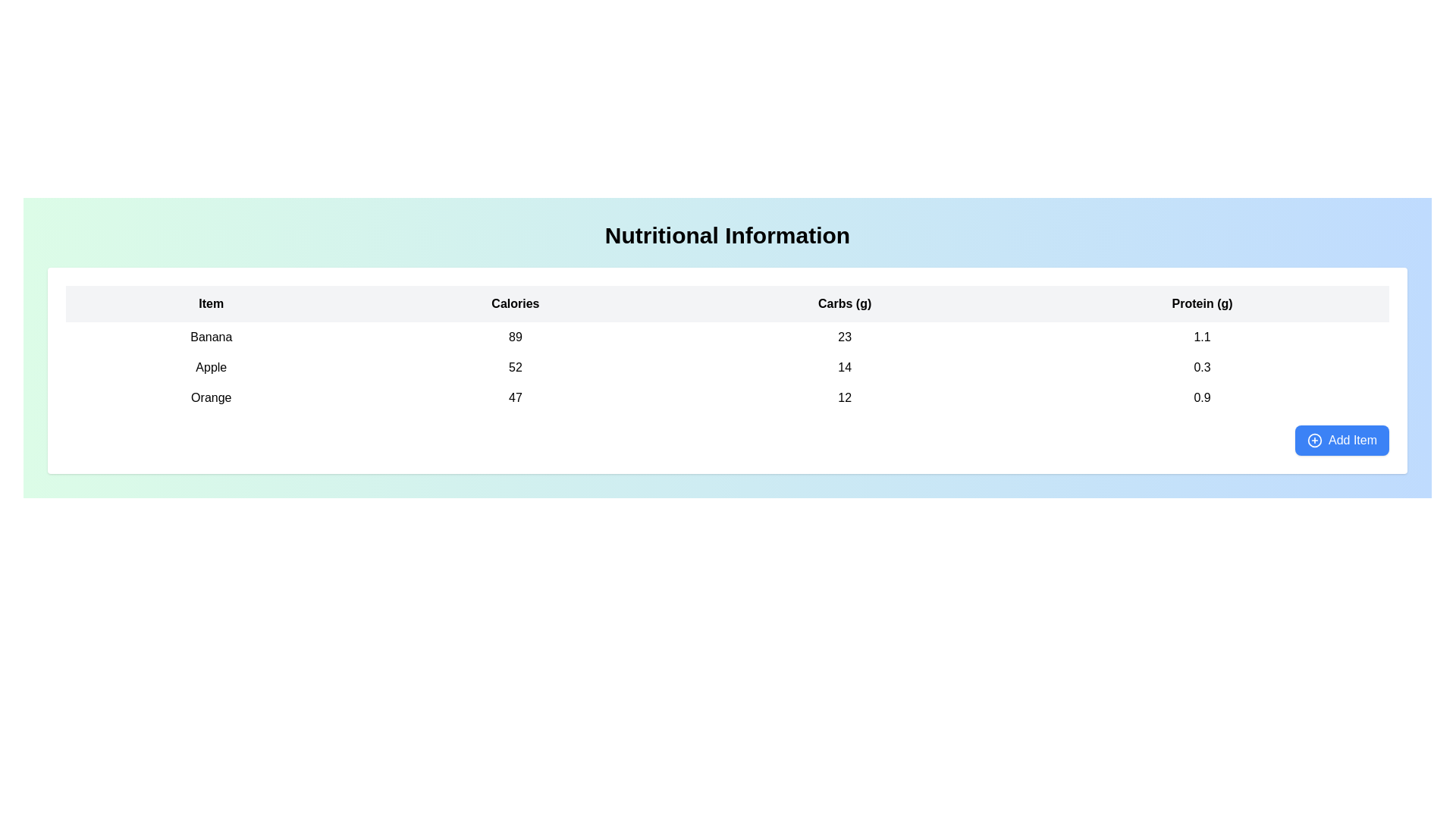  What do you see at coordinates (1313, 441) in the screenshot?
I see `the 'Add Item' button, which is visually complemented by the icon on its left side` at bounding box center [1313, 441].